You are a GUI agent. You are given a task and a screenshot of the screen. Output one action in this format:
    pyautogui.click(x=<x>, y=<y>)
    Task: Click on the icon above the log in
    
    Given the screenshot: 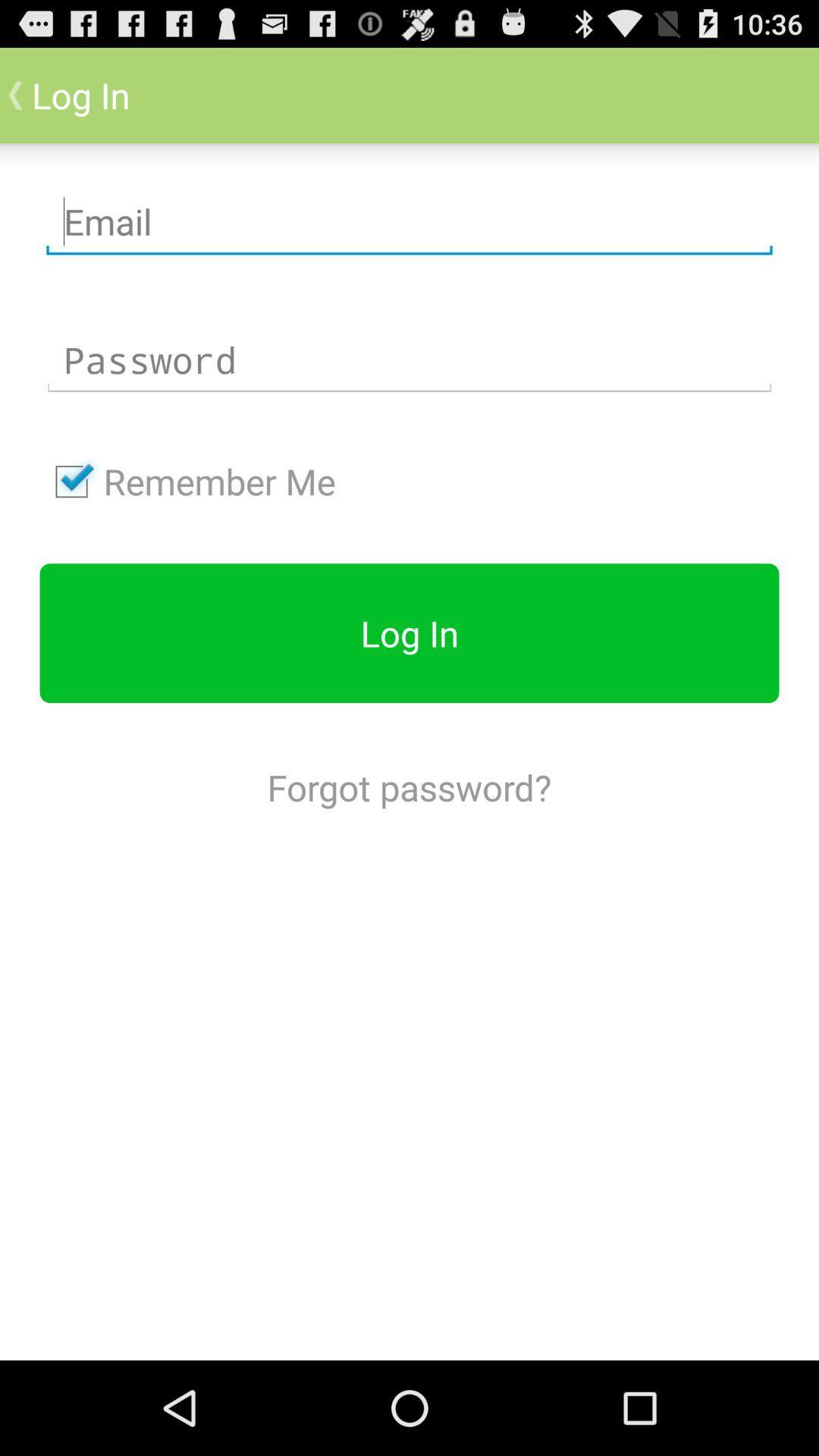 What is the action you would take?
    pyautogui.click(x=187, y=481)
    